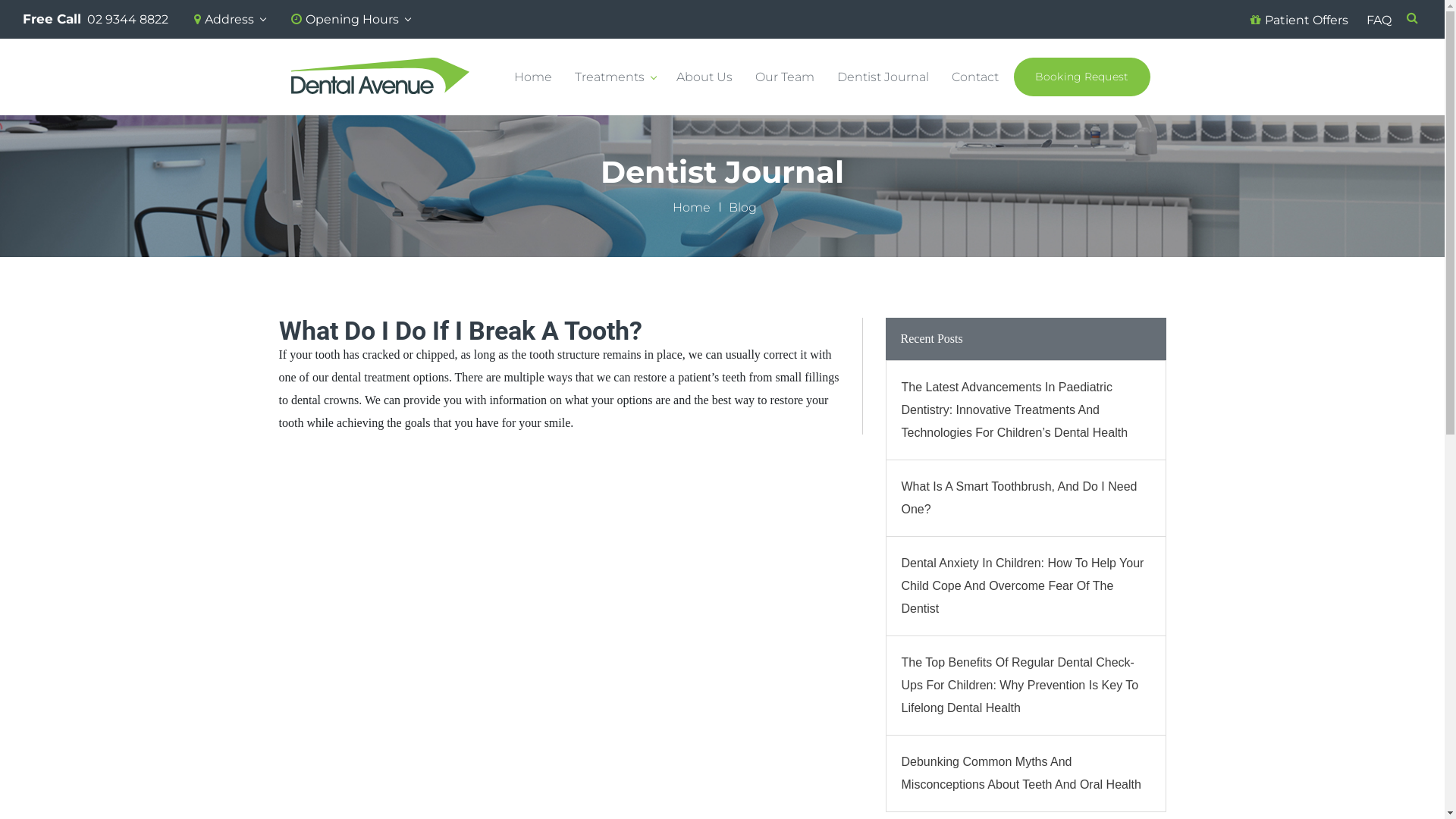  What do you see at coordinates (672, 207) in the screenshot?
I see `'Home'` at bounding box center [672, 207].